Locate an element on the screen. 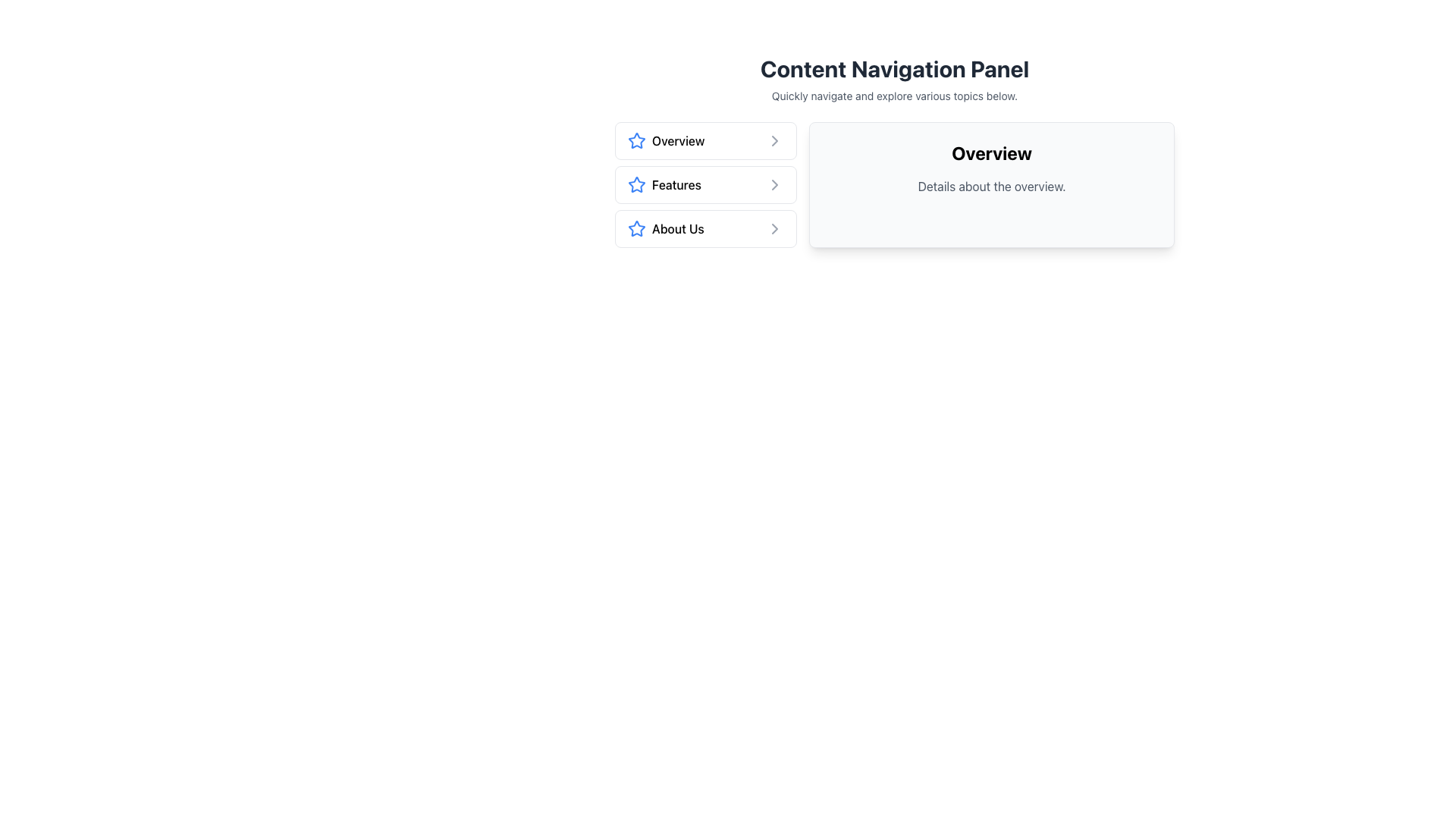  the 'Features' button, which is the second button in a vertical list of three buttons labeled 'Overview', 'Features', and 'About Us' is located at coordinates (705, 184).